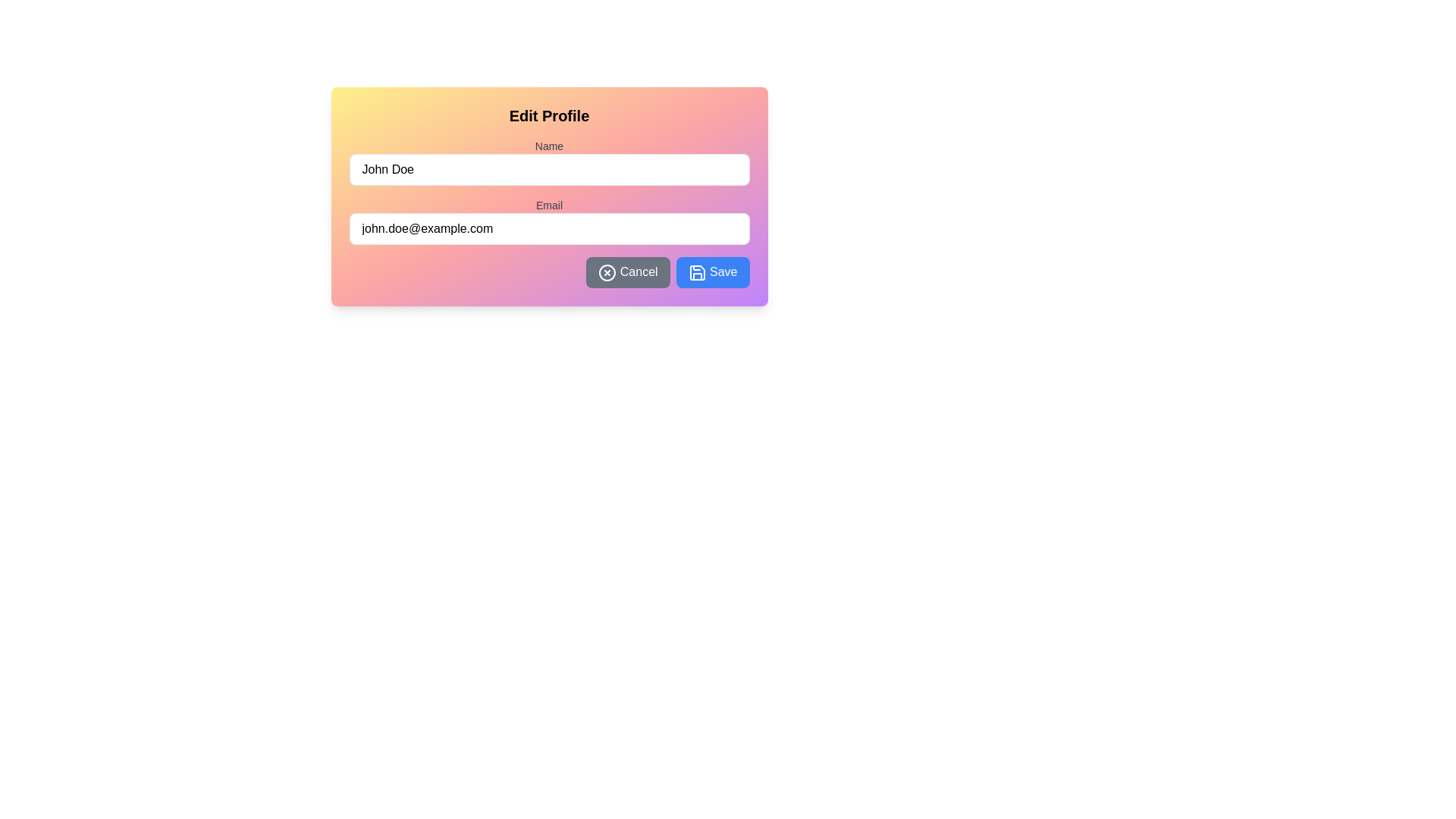 This screenshot has height=819, width=1456. I want to click on the Decorative Icon within the Cancel button at the bottom section of the Edit Profile dialog box, which features a cross symbol and is styled with a modern design, so click(607, 271).